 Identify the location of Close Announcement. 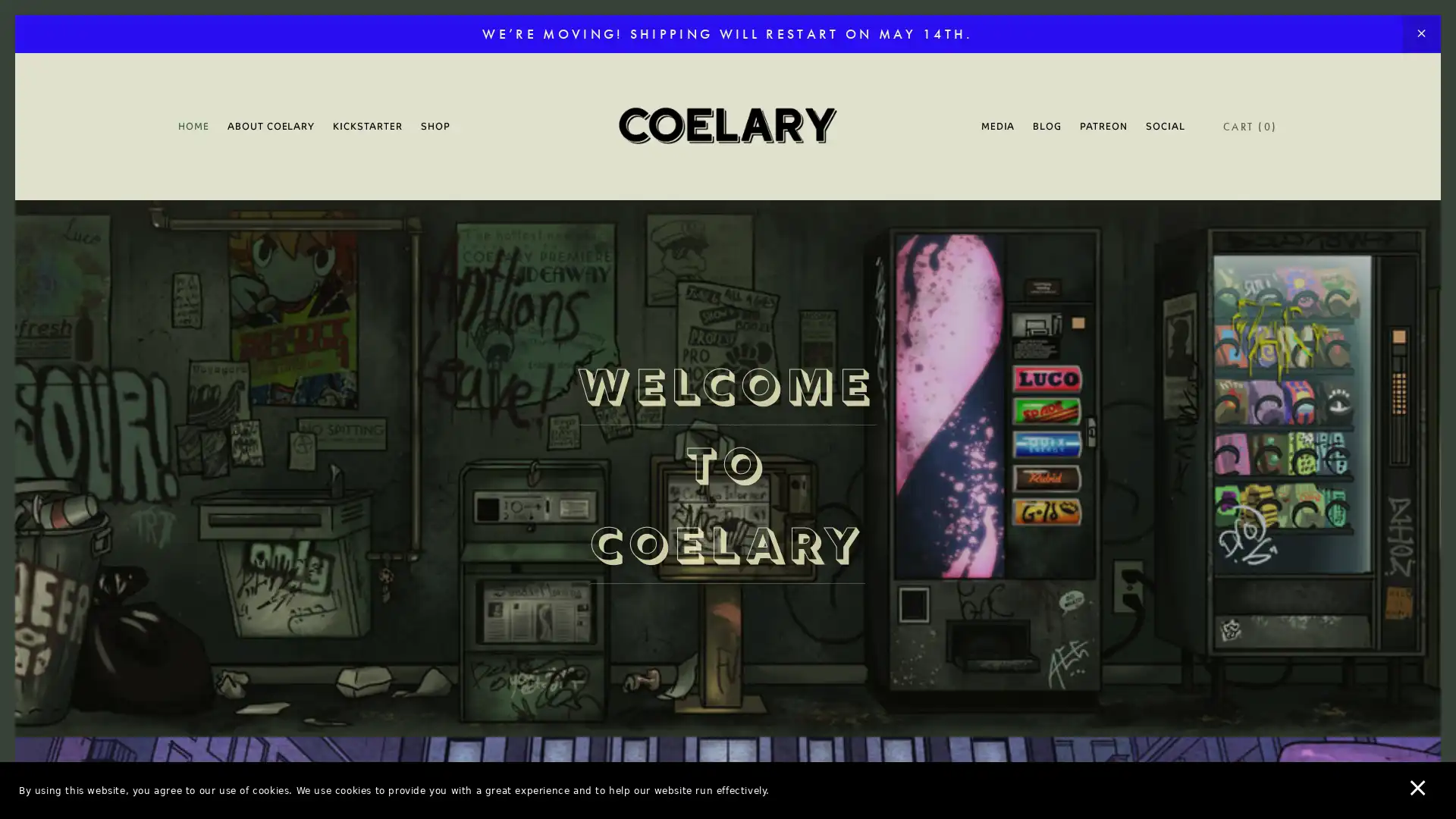
(1420, 34).